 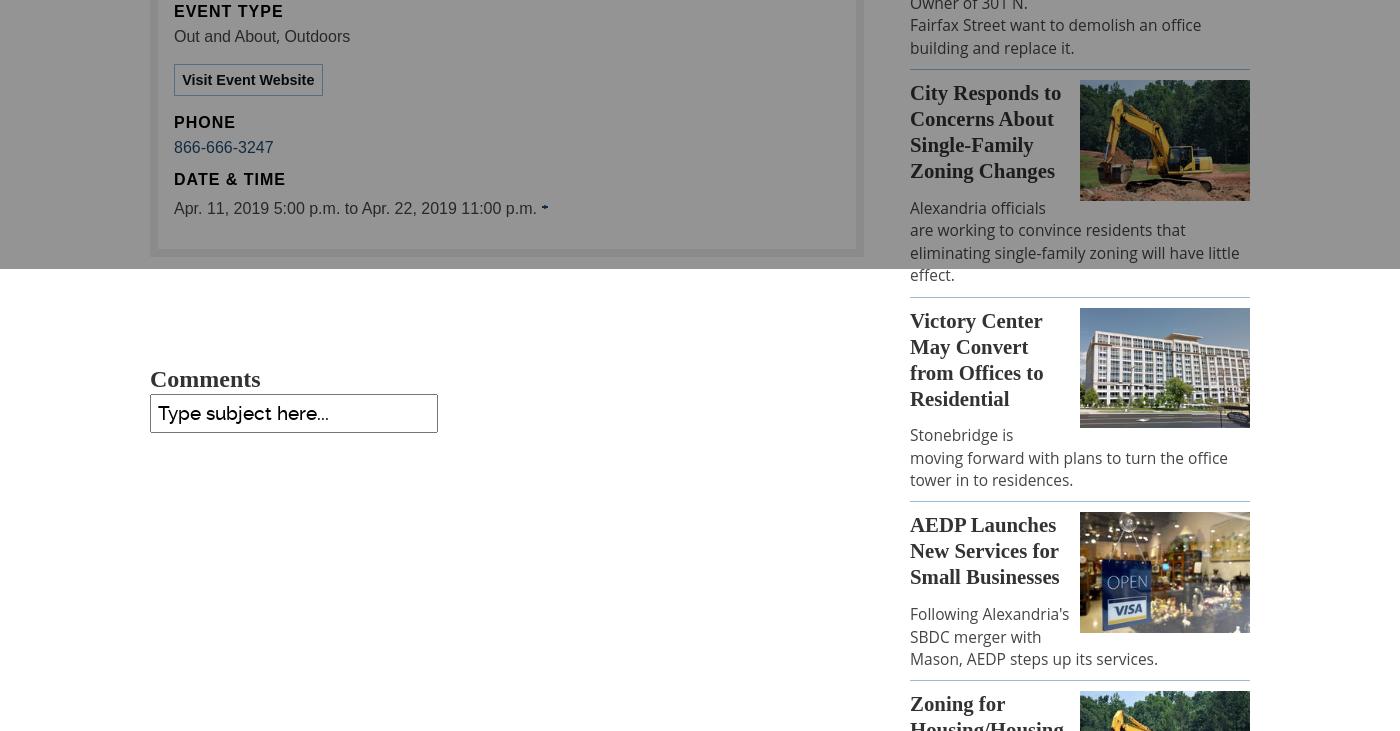 I want to click on '866-666-3247', so click(x=223, y=147).